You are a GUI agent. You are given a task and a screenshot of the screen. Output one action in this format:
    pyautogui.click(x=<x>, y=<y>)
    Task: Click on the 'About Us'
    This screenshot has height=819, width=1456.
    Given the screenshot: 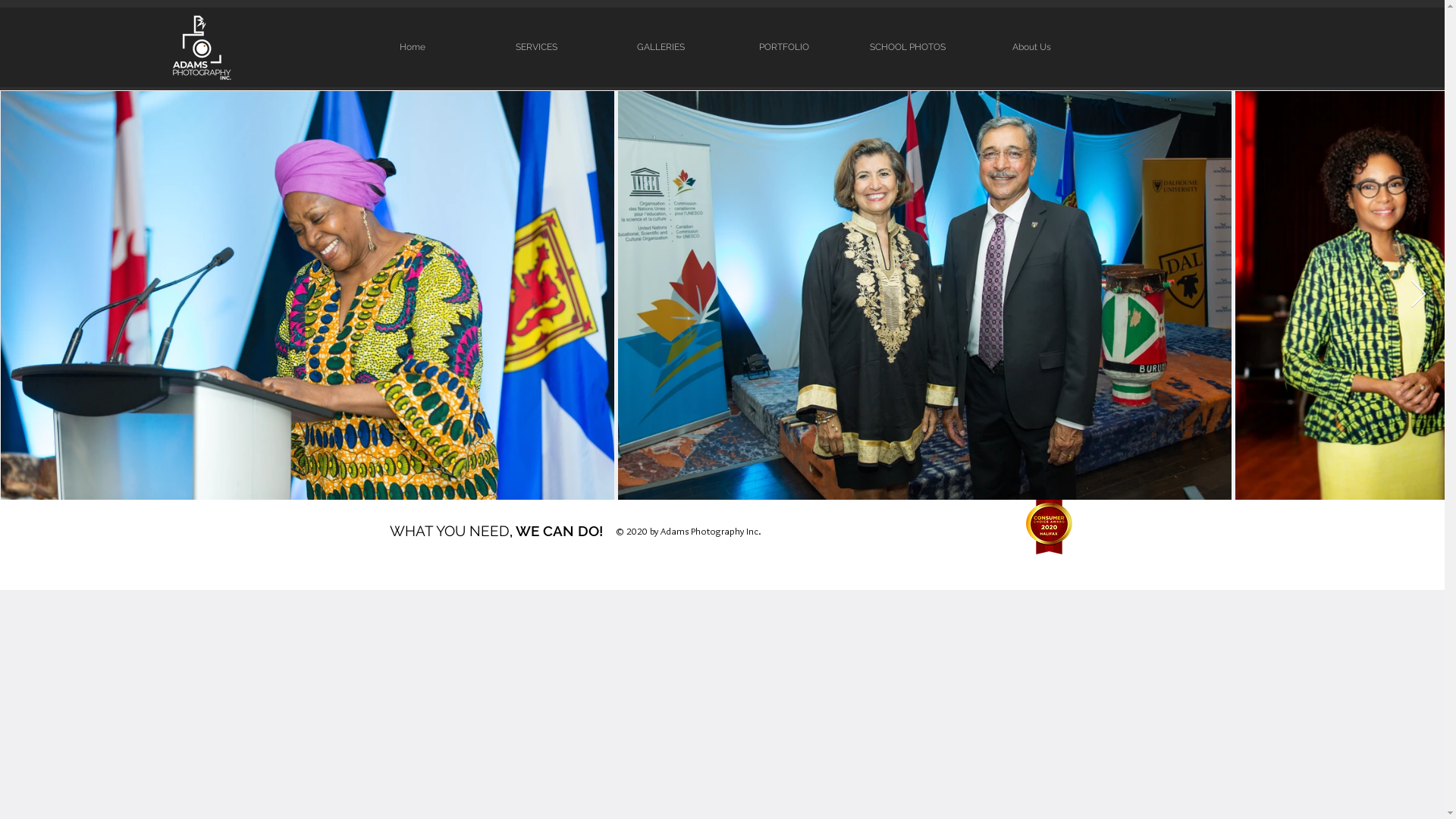 What is the action you would take?
    pyautogui.click(x=1031, y=46)
    